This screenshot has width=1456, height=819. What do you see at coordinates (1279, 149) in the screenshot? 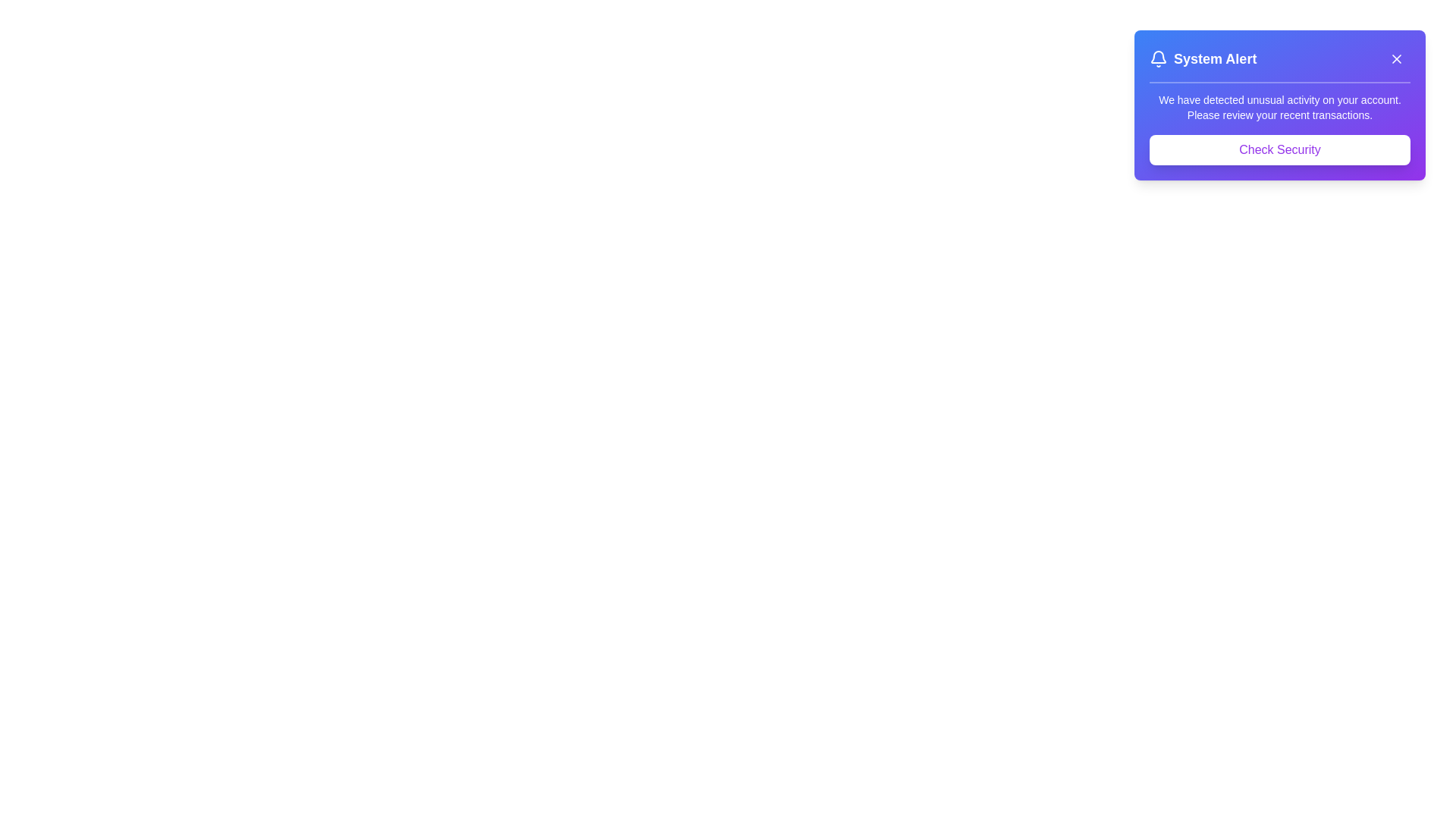
I see `the 'Check Security' button to navigate to the account security page` at bounding box center [1279, 149].